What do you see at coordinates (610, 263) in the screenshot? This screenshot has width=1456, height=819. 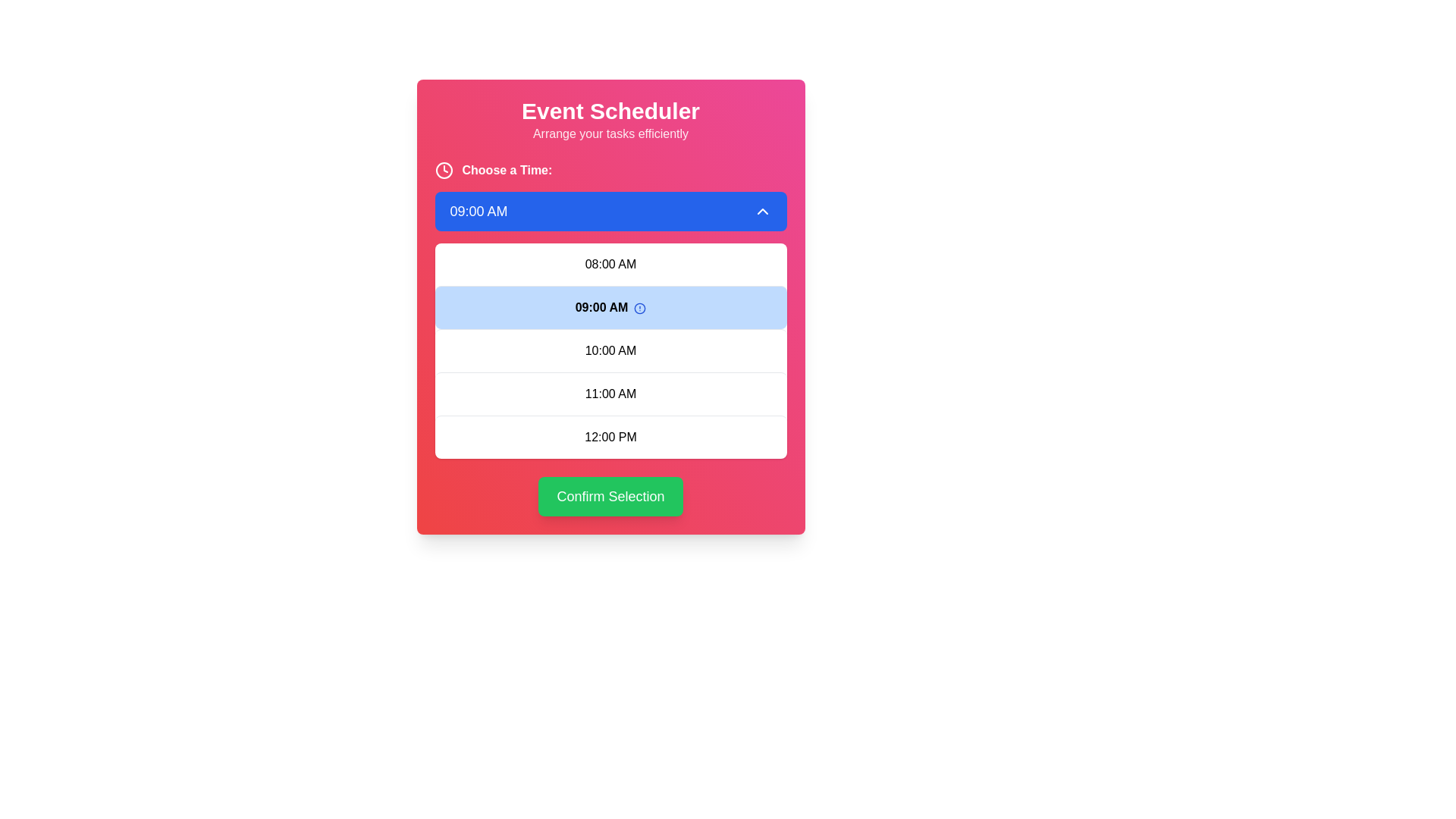 I see `the list item displaying '08:00 AM' to trigger the hover effect, which highlights it in blue` at bounding box center [610, 263].